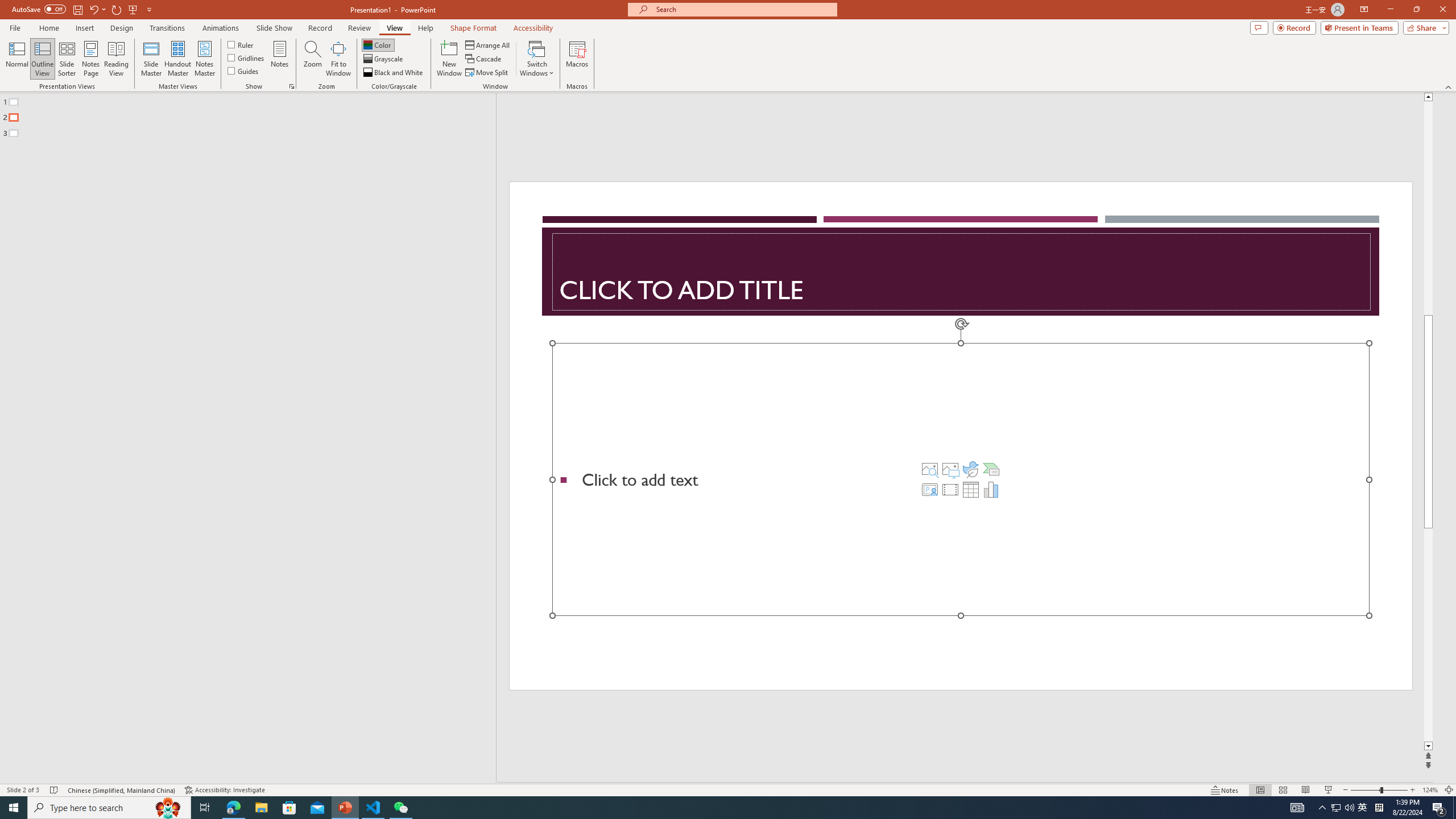 The height and width of the screenshot is (819, 1456). What do you see at coordinates (292, 85) in the screenshot?
I see `'Grid Settings...'` at bounding box center [292, 85].